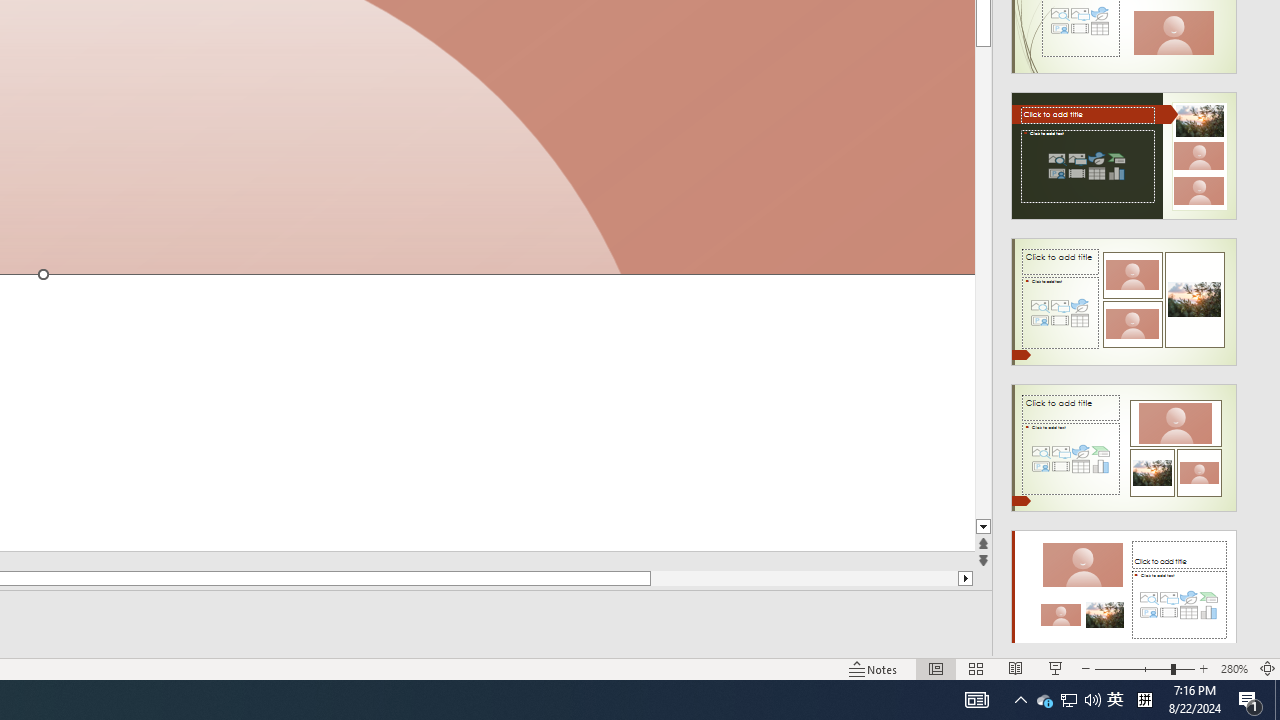 This screenshot has width=1280, height=720. I want to click on 'Normal', so click(935, 669).